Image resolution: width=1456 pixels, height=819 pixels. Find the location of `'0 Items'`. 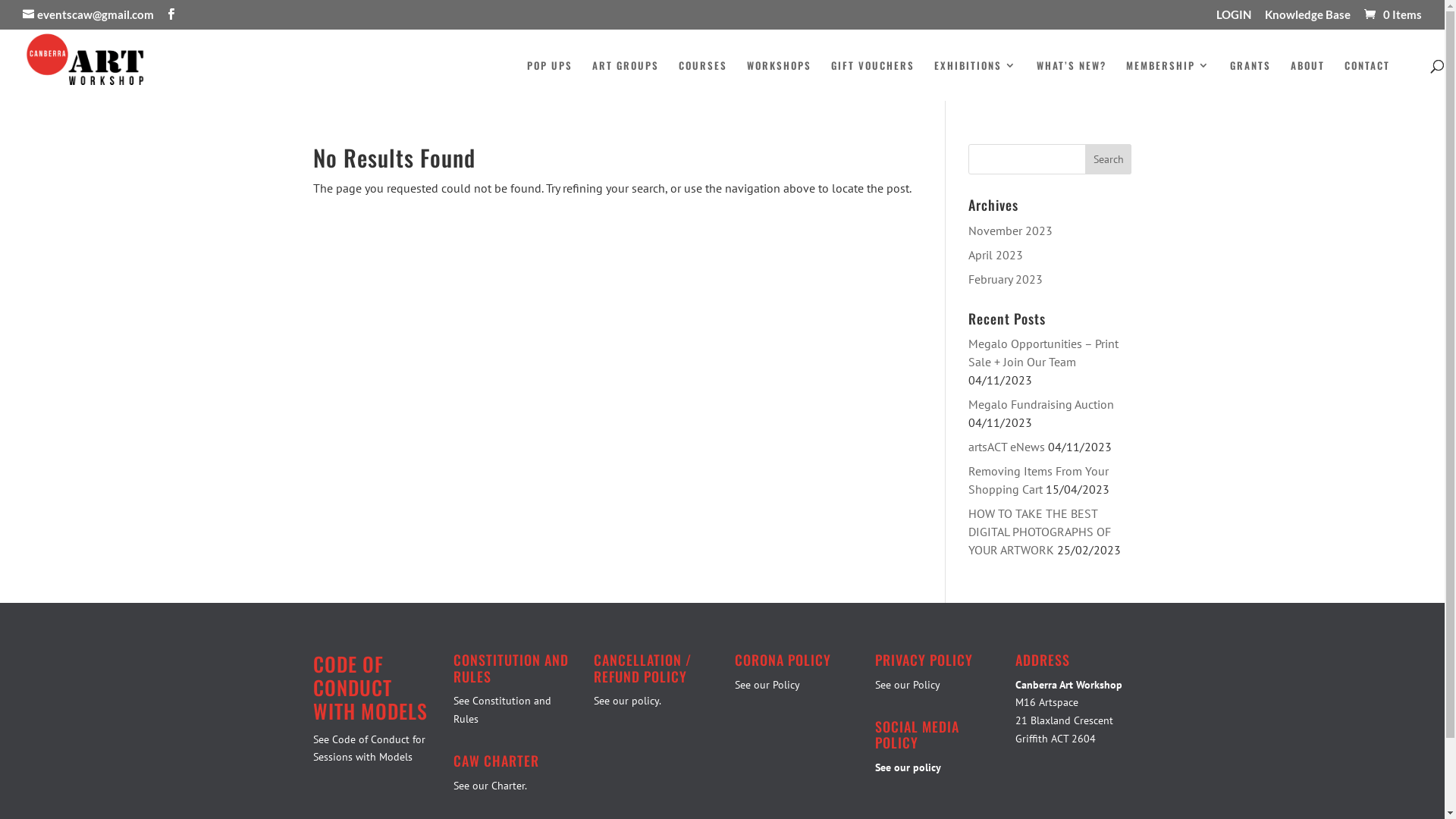

'0 Items' is located at coordinates (1392, 14).